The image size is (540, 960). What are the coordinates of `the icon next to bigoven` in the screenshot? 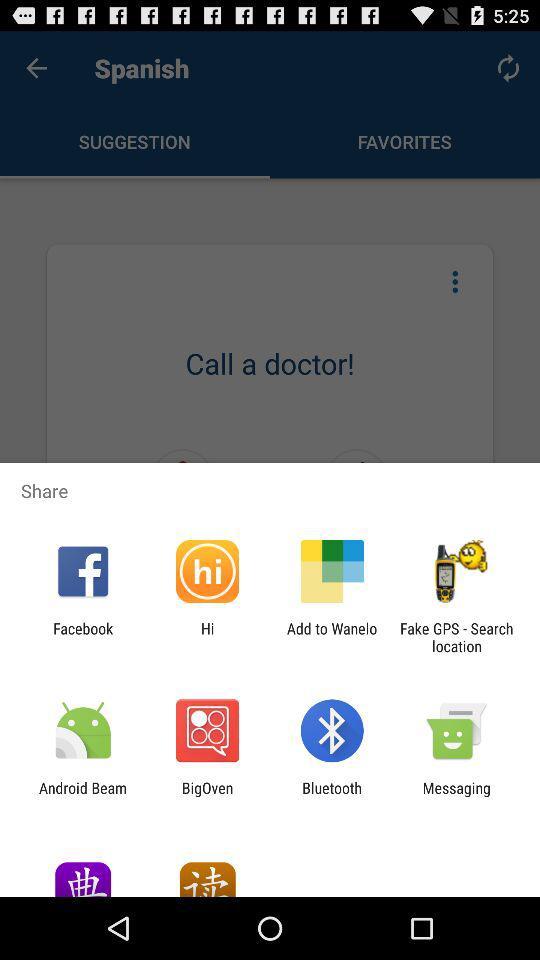 It's located at (82, 796).